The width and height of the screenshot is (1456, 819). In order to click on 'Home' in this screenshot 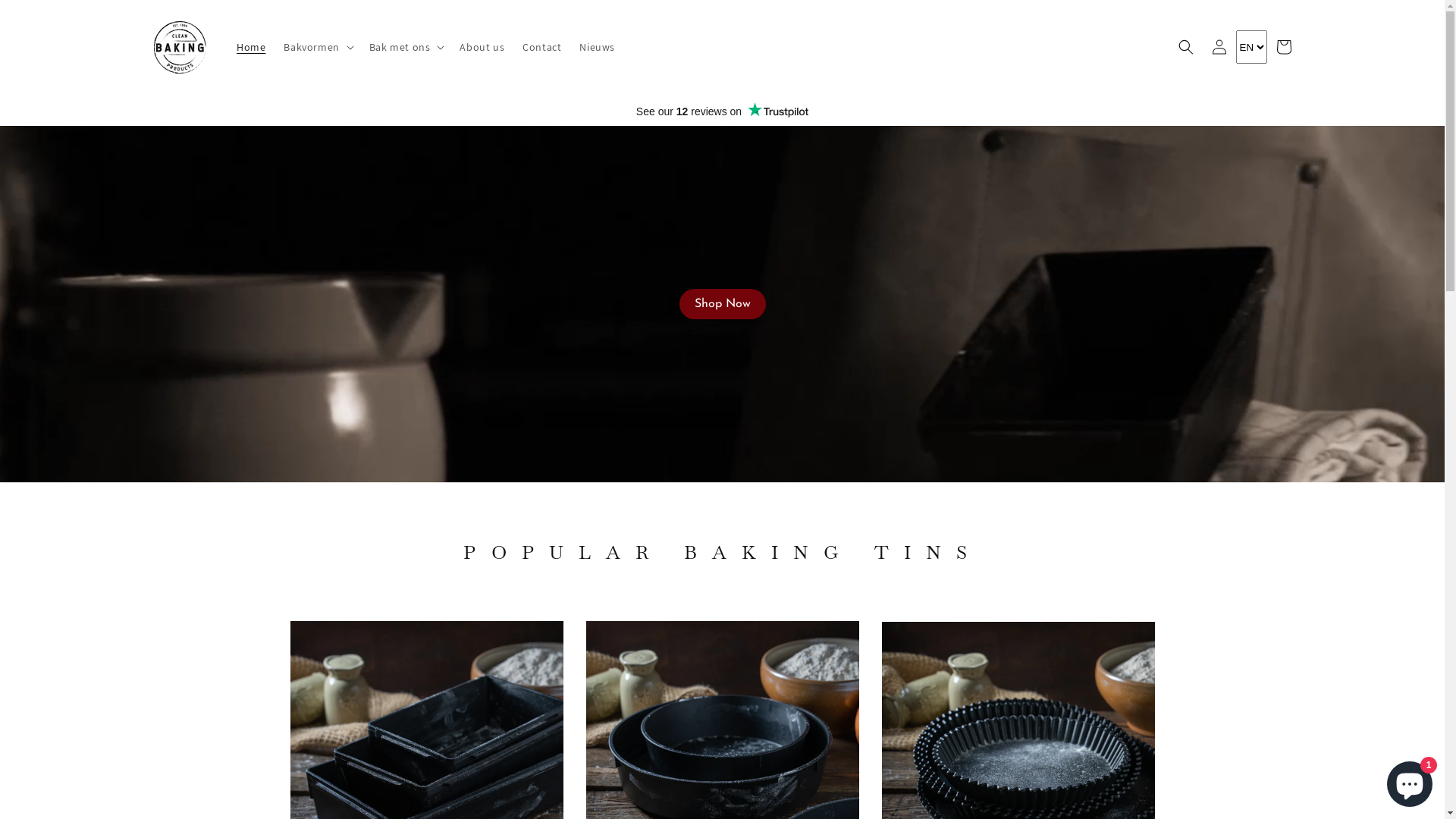, I will do `click(251, 45)`.